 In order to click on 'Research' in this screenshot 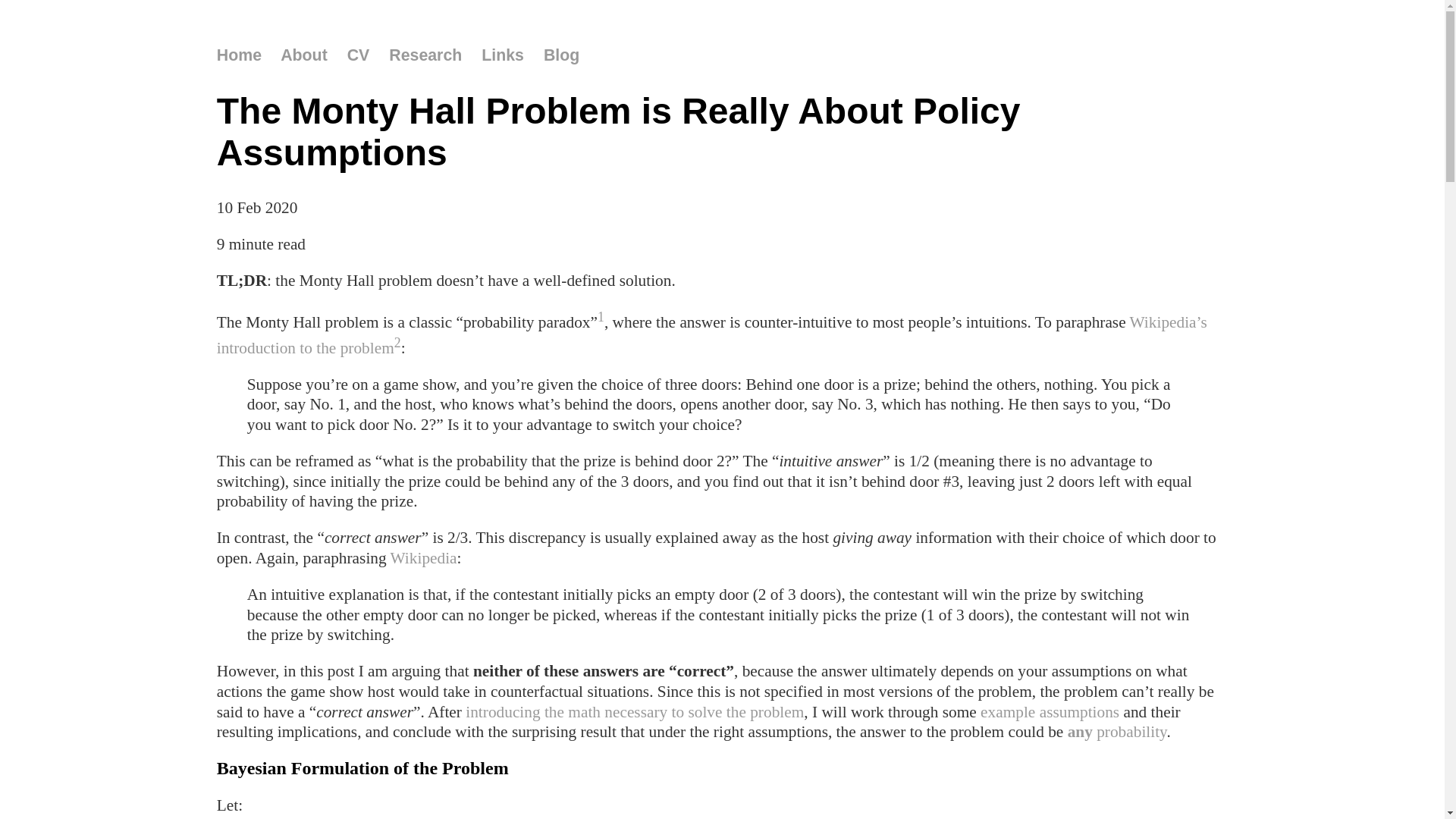, I will do `click(425, 55)`.